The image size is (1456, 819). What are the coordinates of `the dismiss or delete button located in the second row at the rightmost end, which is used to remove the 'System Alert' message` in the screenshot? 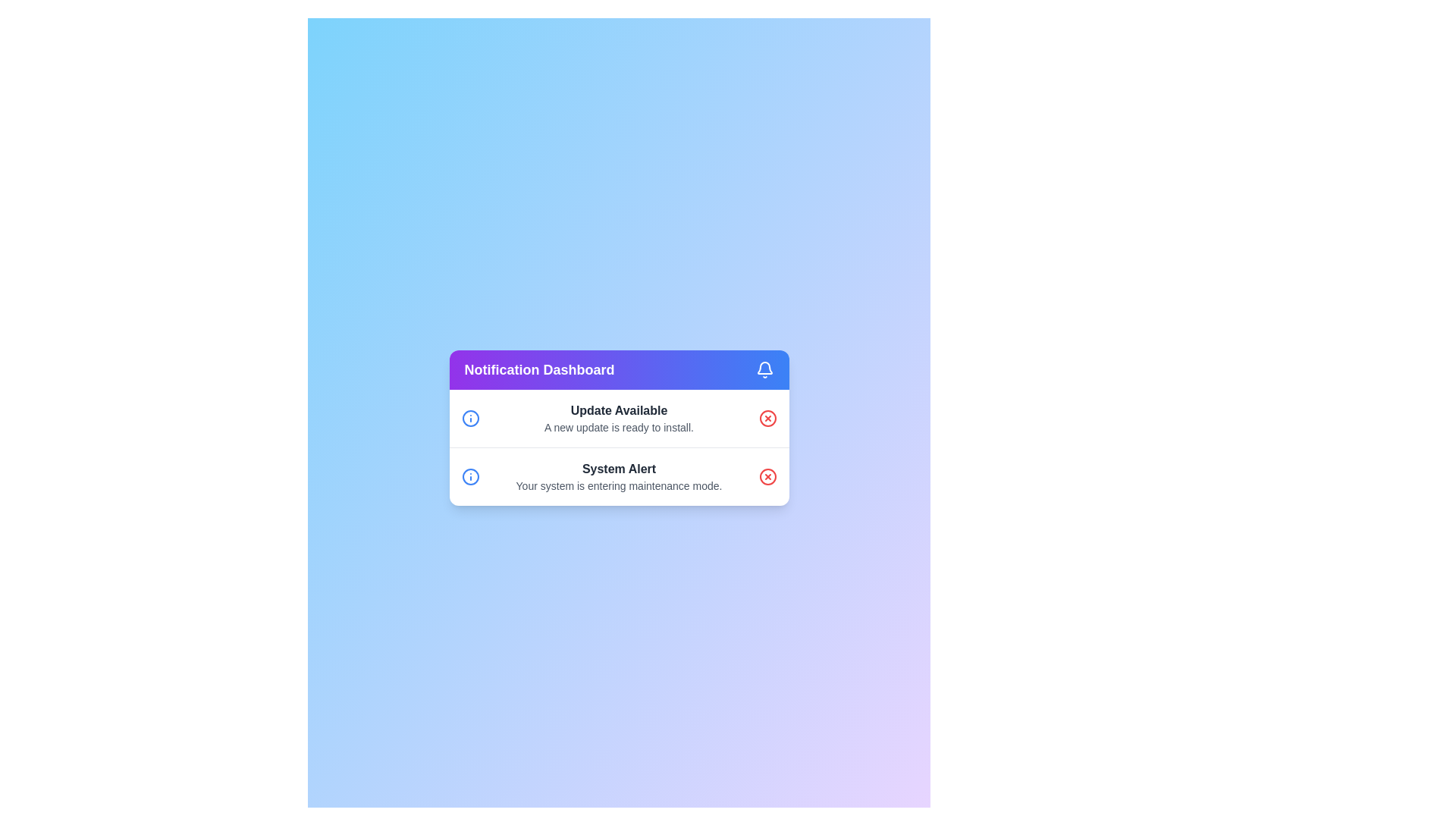 It's located at (767, 475).